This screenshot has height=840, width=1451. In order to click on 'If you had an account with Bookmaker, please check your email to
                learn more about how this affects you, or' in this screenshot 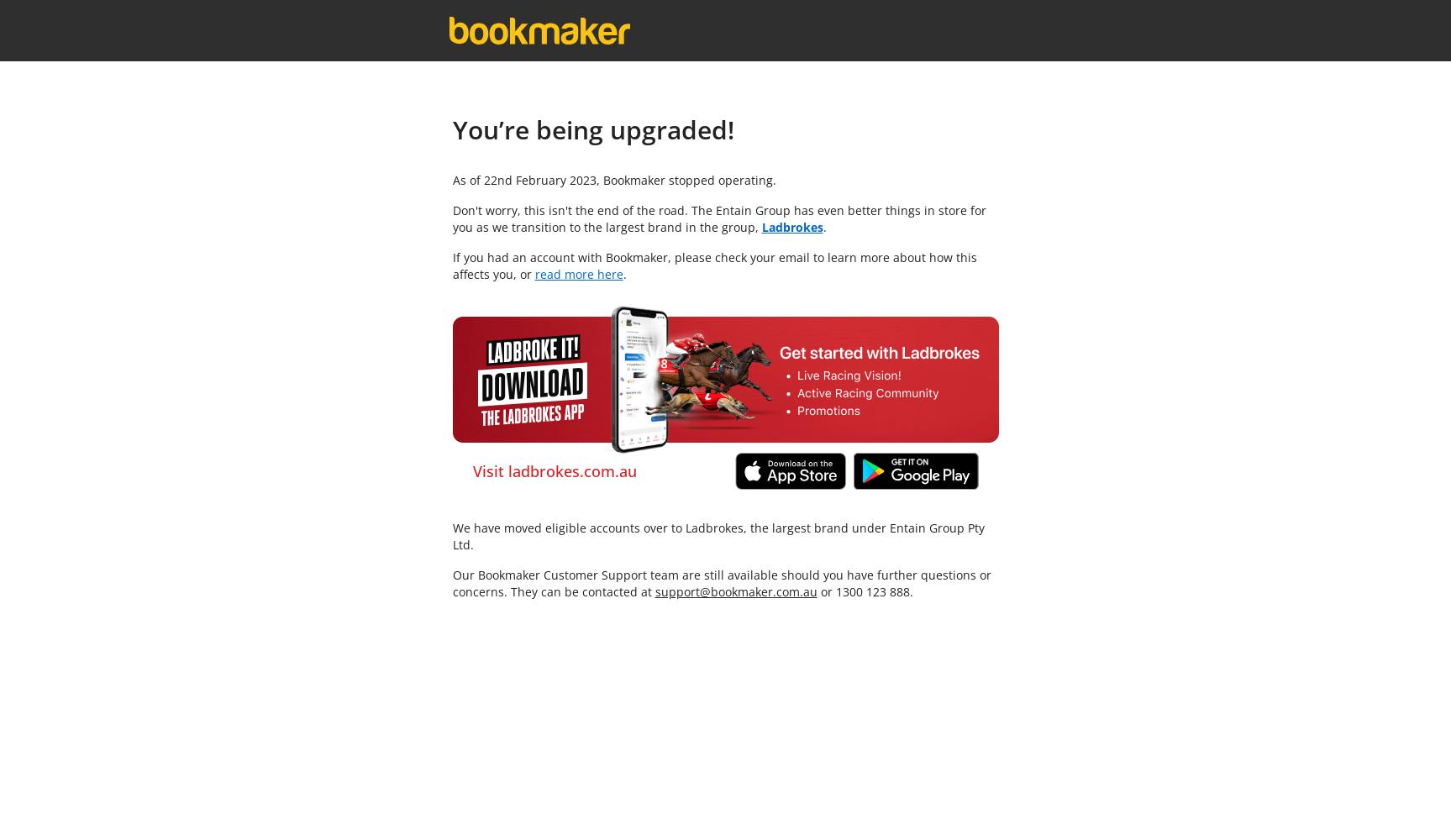, I will do `click(450, 265)`.